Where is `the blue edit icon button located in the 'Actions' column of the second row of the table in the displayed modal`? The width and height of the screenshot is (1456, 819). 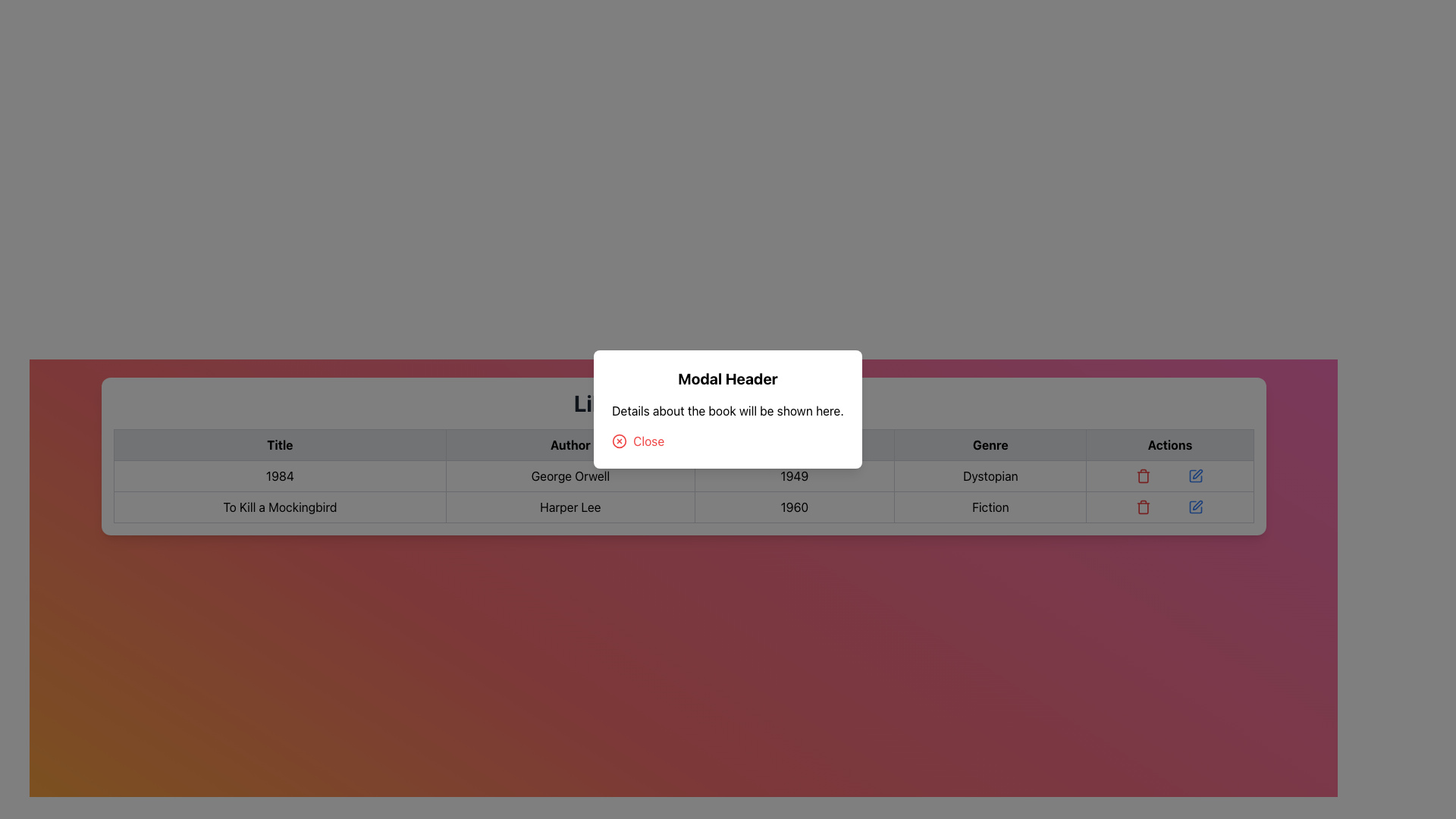 the blue edit icon button located in the 'Actions' column of the second row of the table in the displayed modal is located at coordinates (1195, 507).